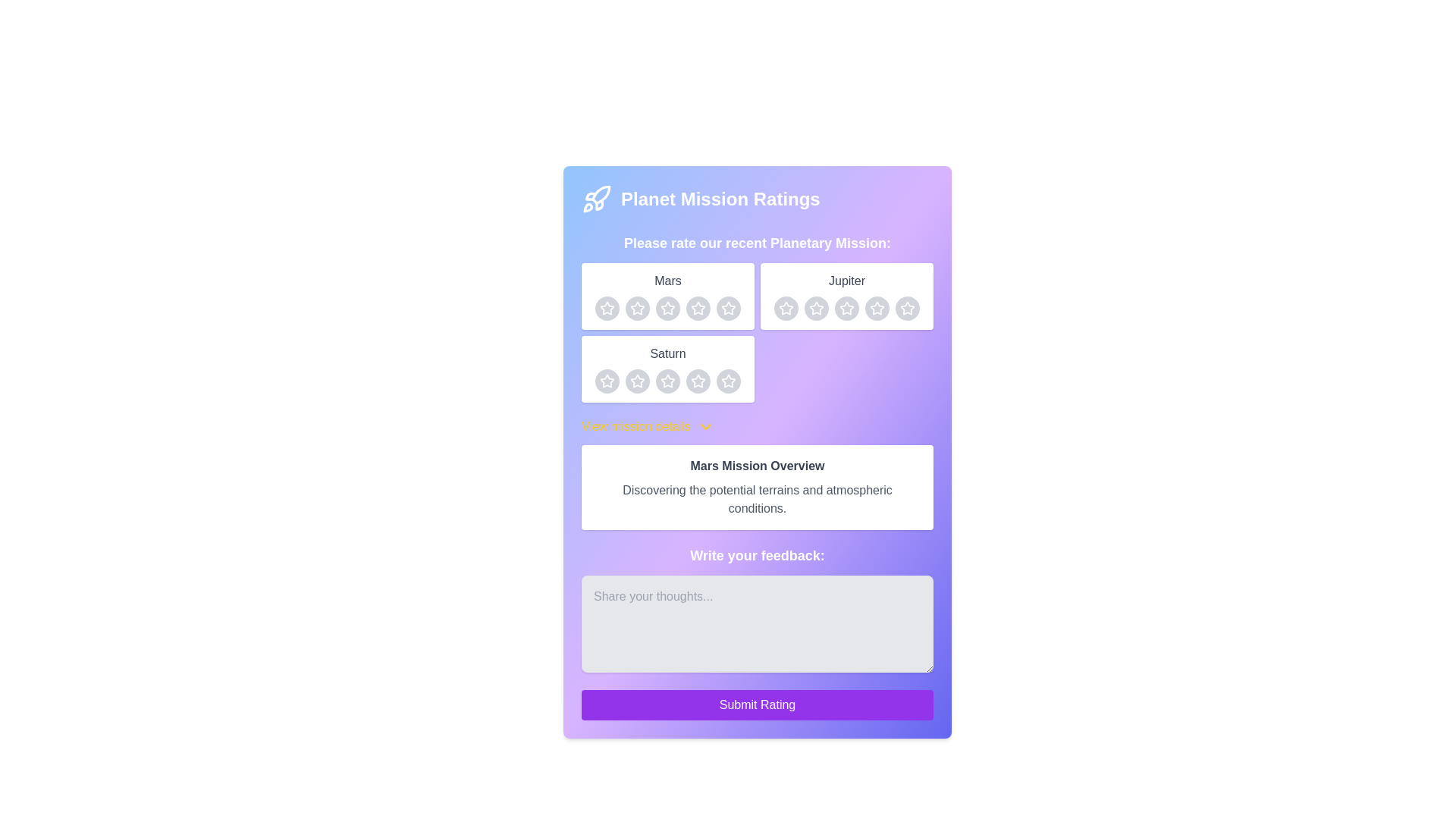 The height and width of the screenshot is (819, 1456). What do you see at coordinates (637, 380) in the screenshot?
I see `the third rating star icon with a gray background and a white star in the center, located under the label 'Saturn'` at bounding box center [637, 380].